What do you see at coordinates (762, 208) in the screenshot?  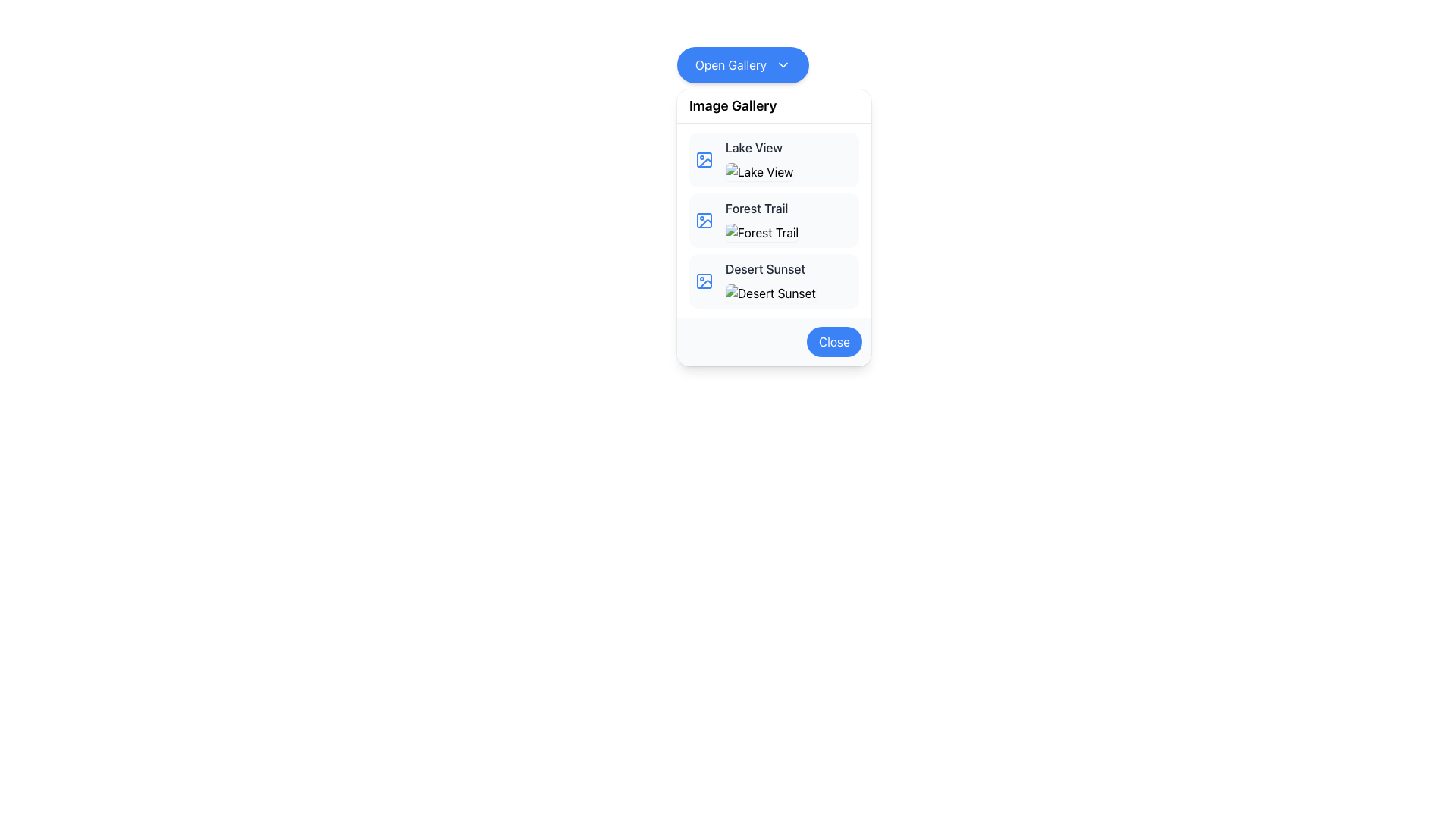 I see `the bolded text label indicating the description or title of the 'Forest Trail' image located in the second entry of the image gallery` at bounding box center [762, 208].